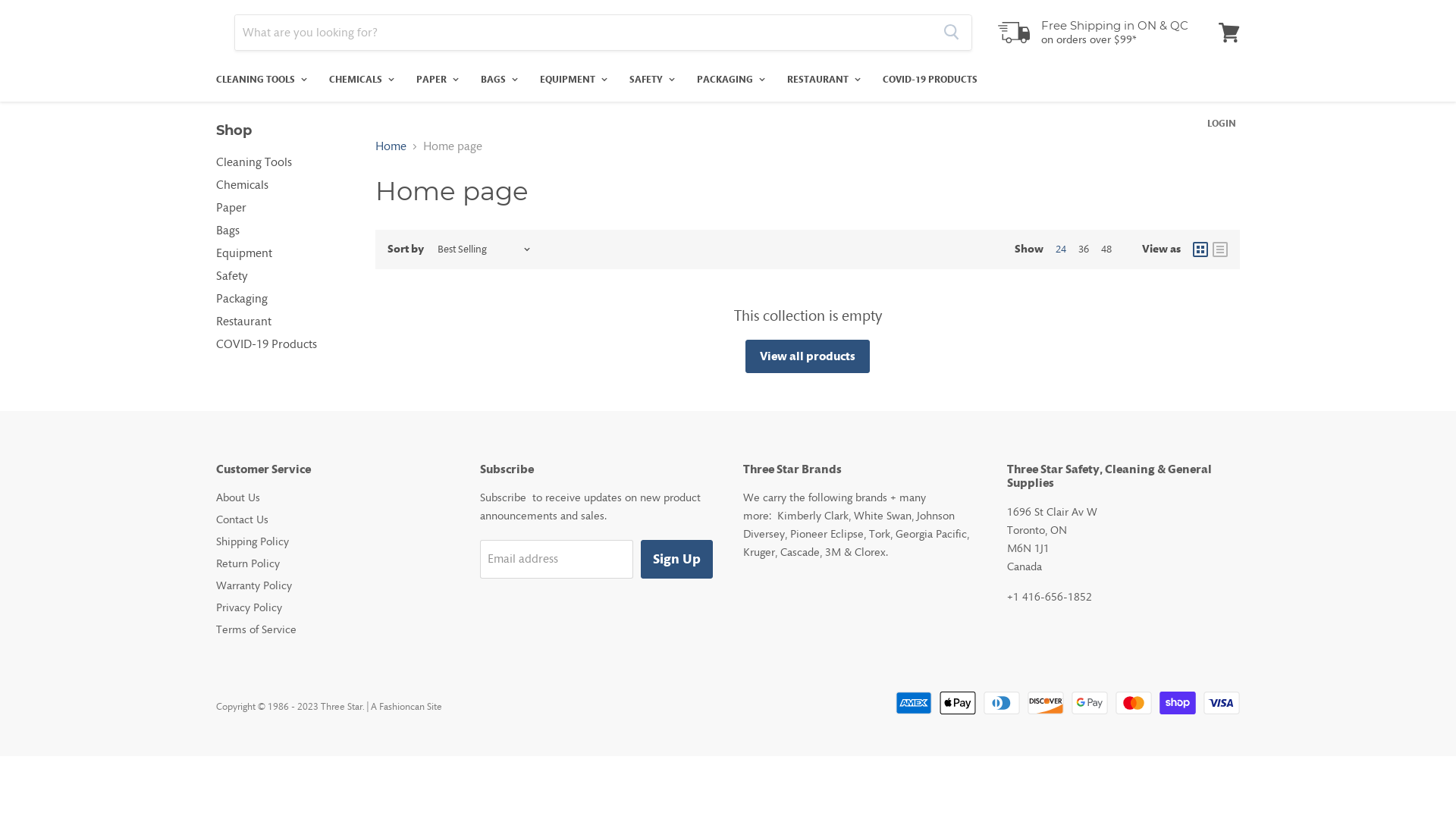  What do you see at coordinates (1229, 32) in the screenshot?
I see `'View cart'` at bounding box center [1229, 32].